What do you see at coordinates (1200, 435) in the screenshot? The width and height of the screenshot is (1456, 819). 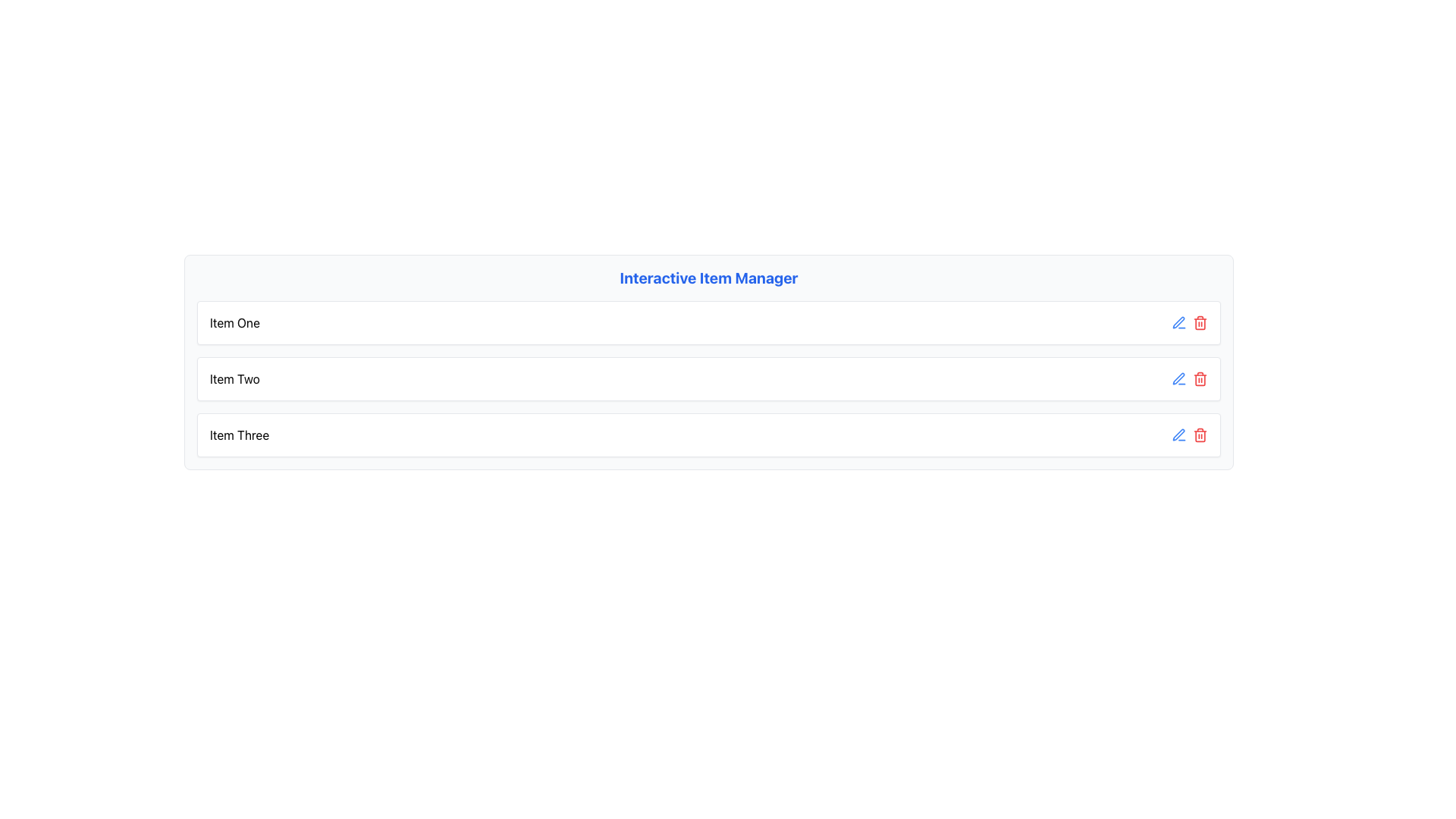 I see `the delete icon button, which is the second item in a horizontal group of icons, positioned right of the blue edit icon in the third row adjacent to 'Item Three' label` at bounding box center [1200, 435].